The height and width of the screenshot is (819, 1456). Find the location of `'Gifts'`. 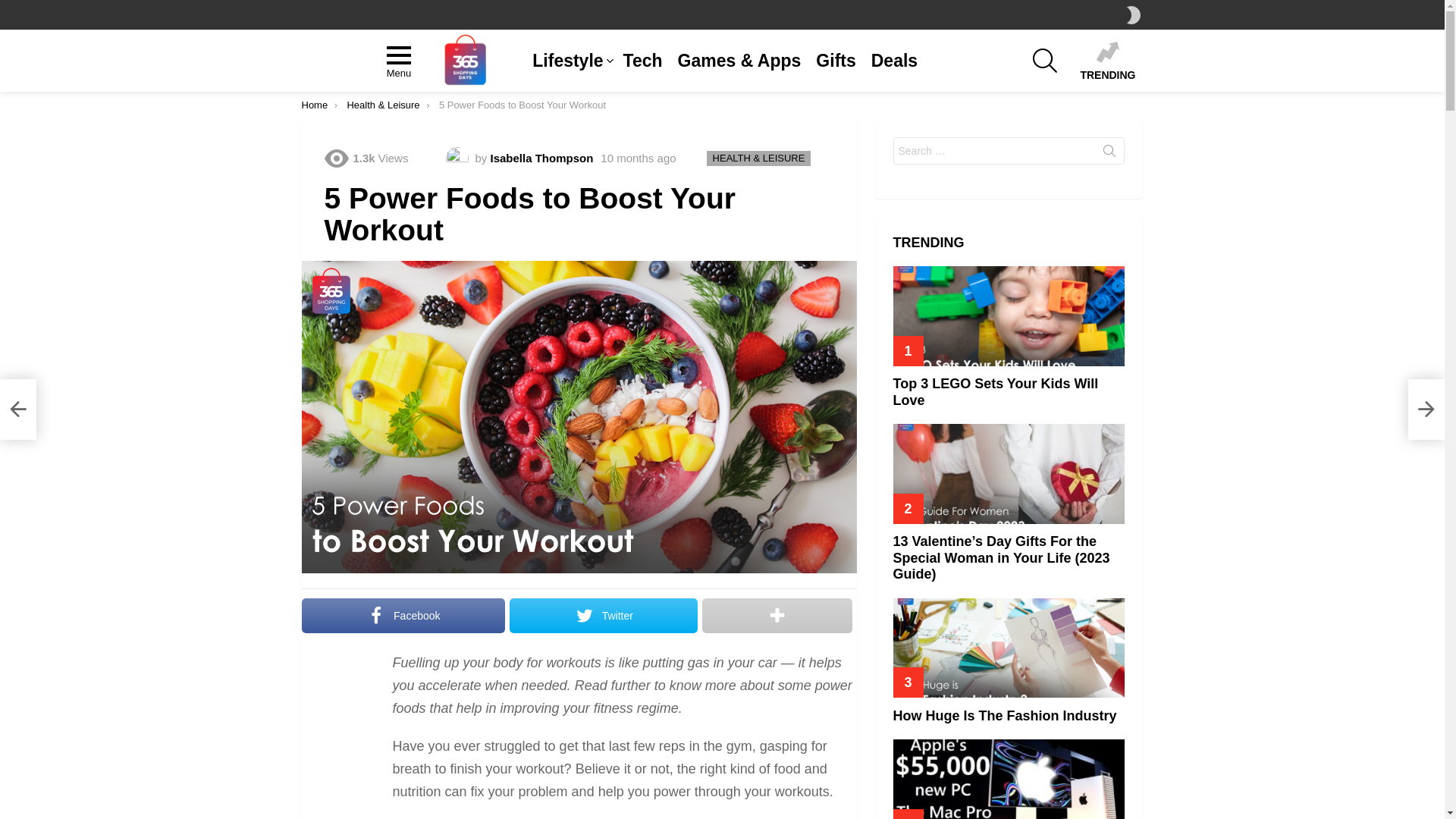

'Gifts' is located at coordinates (807, 60).